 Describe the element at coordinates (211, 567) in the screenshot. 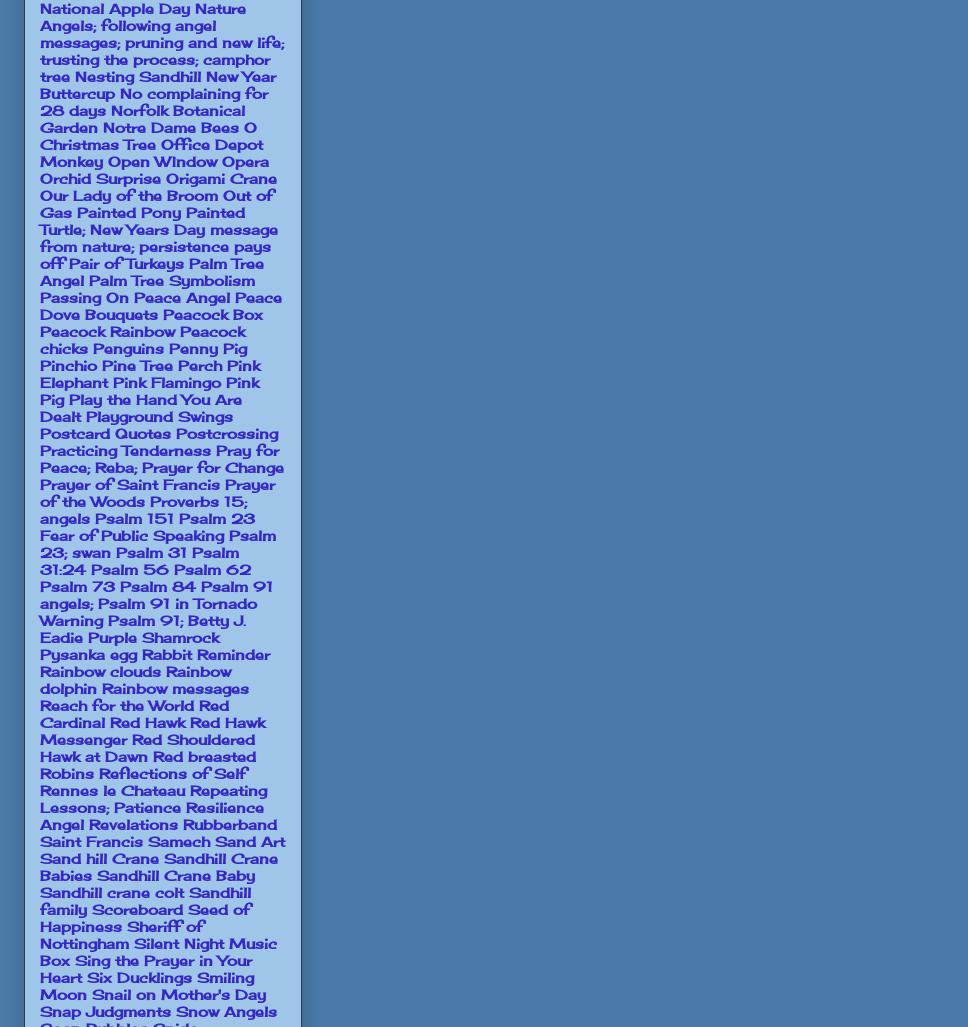

I see `'Psalm 62'` at that location.